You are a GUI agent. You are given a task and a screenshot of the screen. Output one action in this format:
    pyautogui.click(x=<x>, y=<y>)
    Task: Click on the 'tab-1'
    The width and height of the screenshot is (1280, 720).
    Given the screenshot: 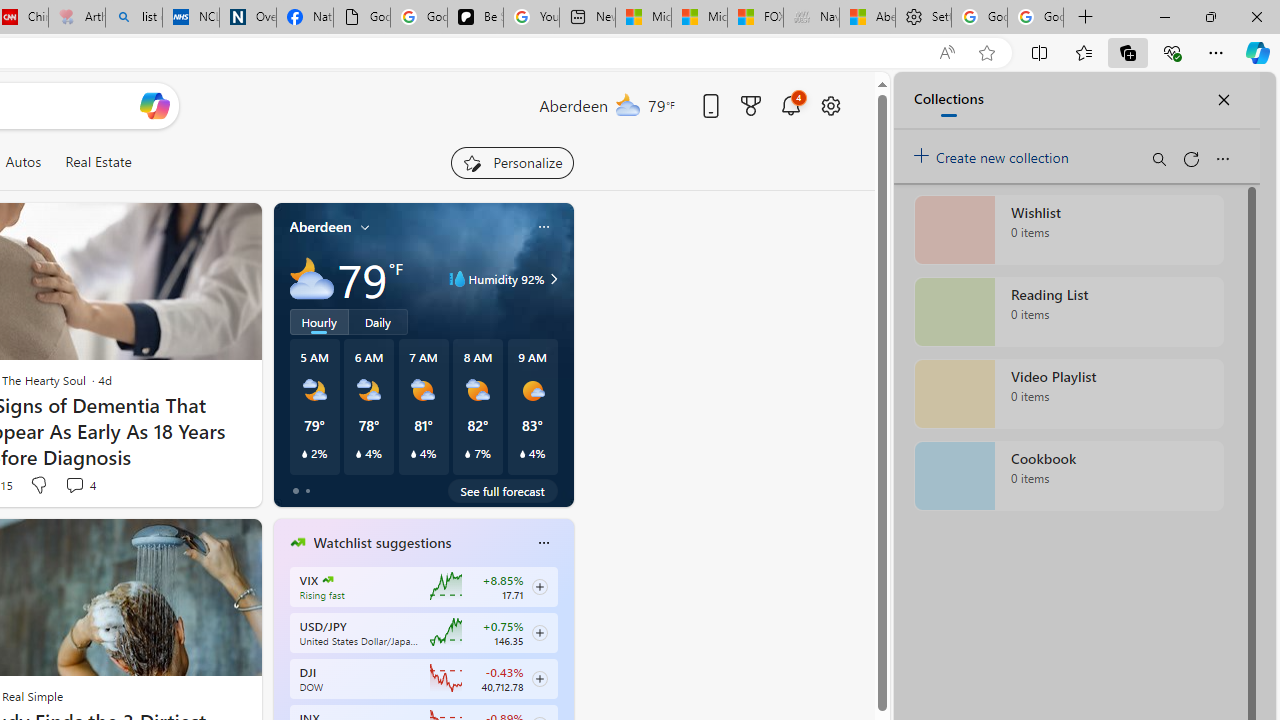 What is the action you would take?
    pyautogui.click(x=306, y=491)
    